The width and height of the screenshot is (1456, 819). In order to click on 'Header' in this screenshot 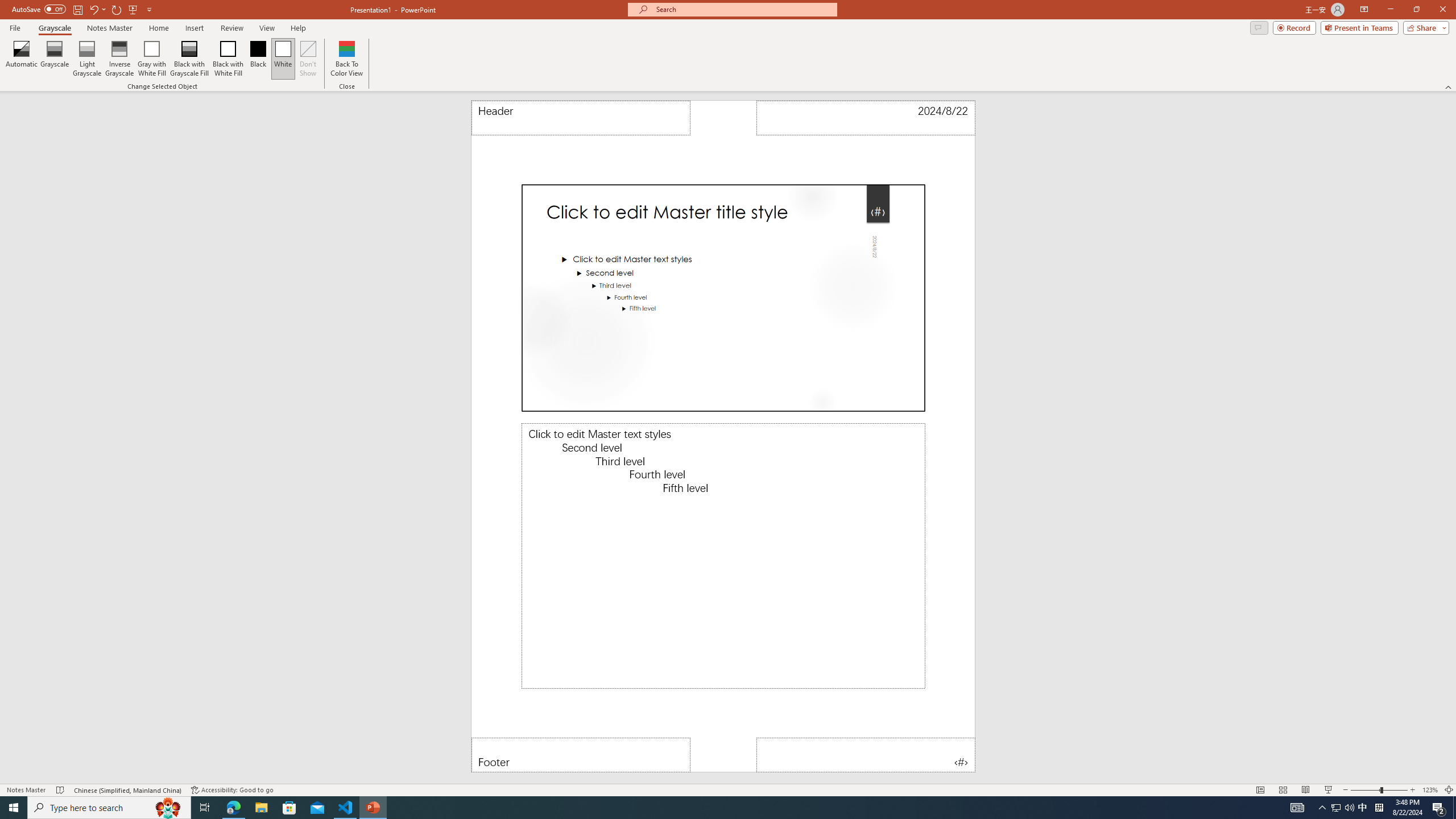, I will do `click(580, 117)`.